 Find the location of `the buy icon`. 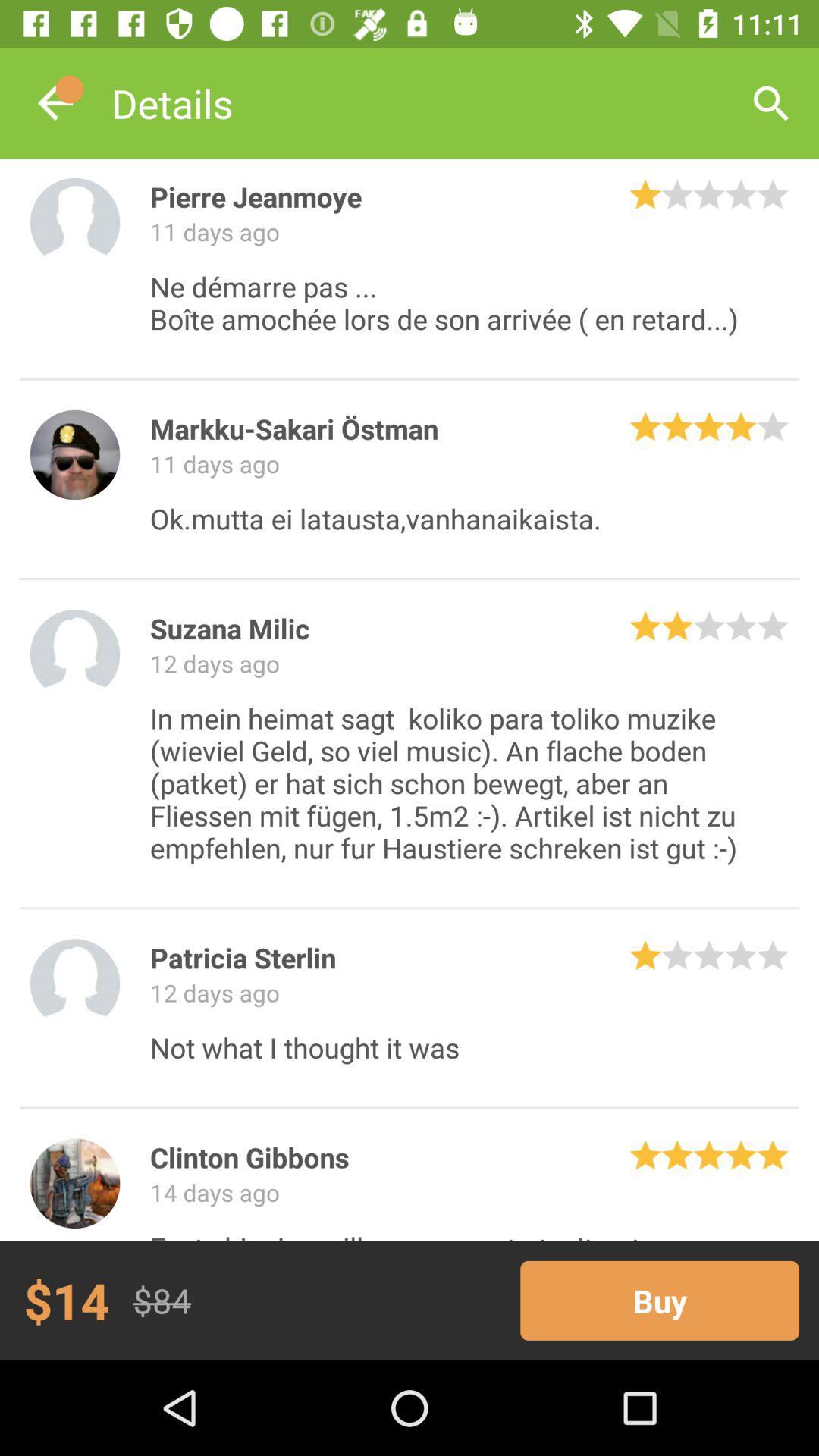

the buy icon is located at coordinates (659, 1300).